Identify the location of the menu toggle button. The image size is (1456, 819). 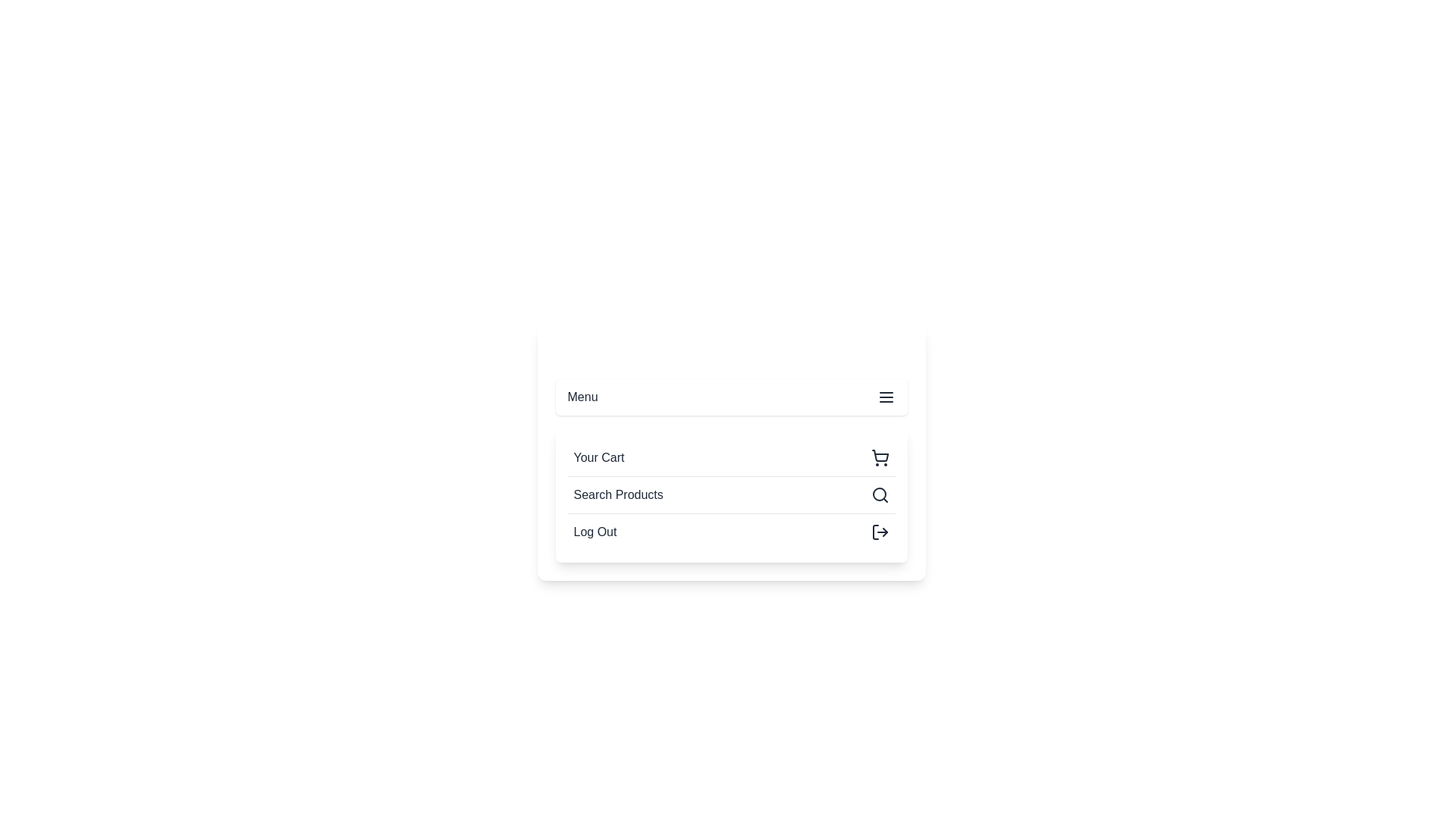
(731, 397).